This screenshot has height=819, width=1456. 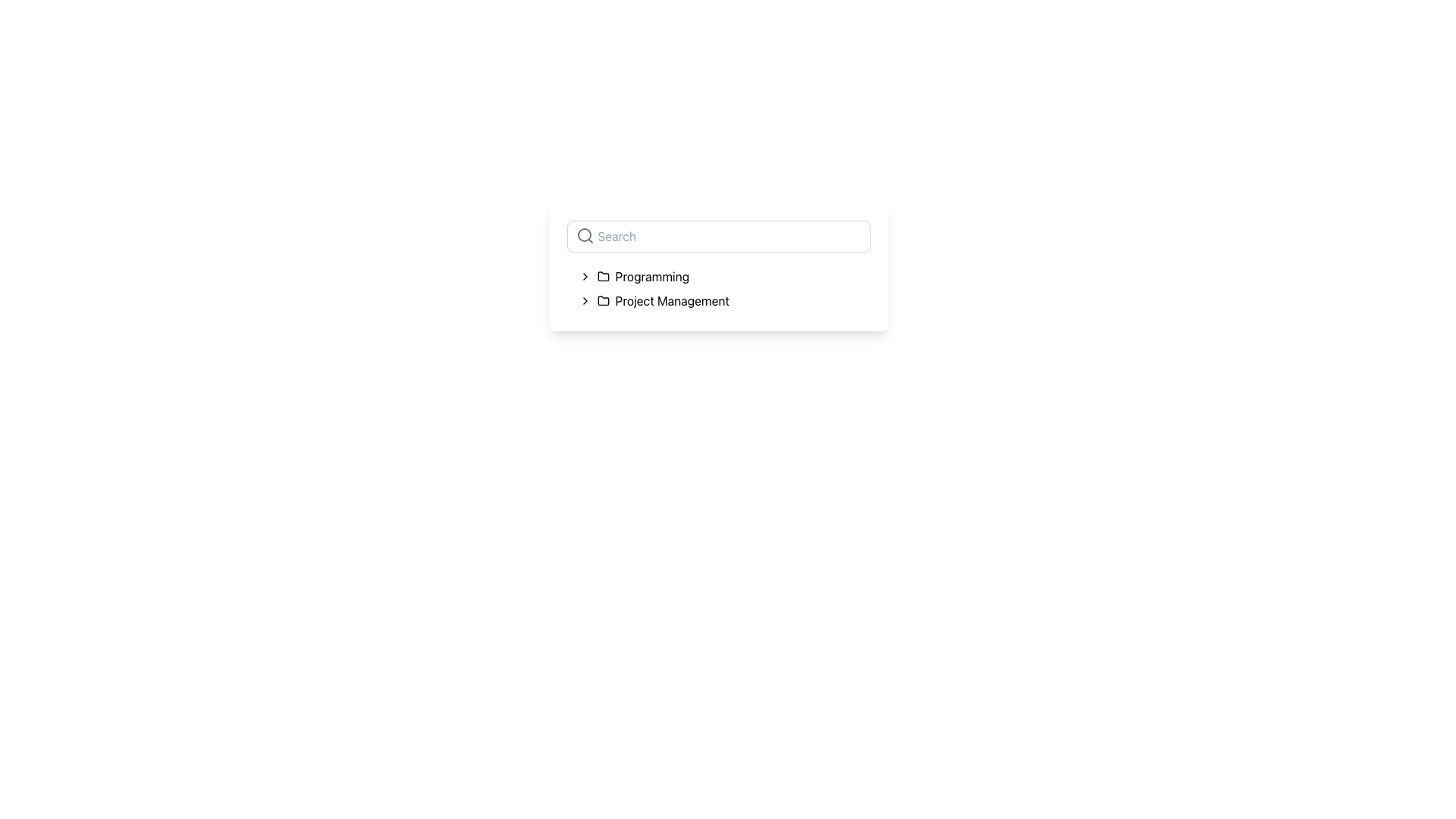 What do you see at coordinates (602, 300) in the screenshot?
I see `the folder icon located immediately to the left of the text 'Project Management' in the list, which is the second folder icon in a vertical arrangement` at bounding box center [602, 300].